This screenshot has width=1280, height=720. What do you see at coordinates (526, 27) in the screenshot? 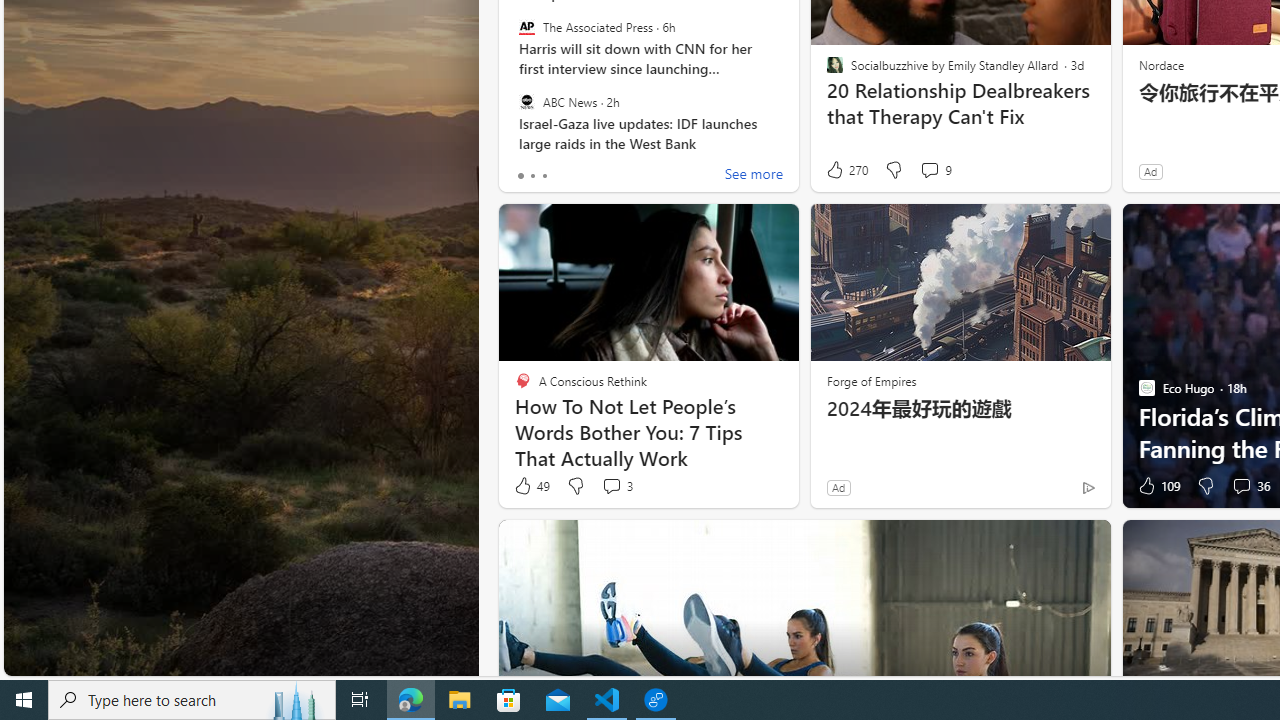
I see `'The Associated Press'` at bounding box center [526, 27].